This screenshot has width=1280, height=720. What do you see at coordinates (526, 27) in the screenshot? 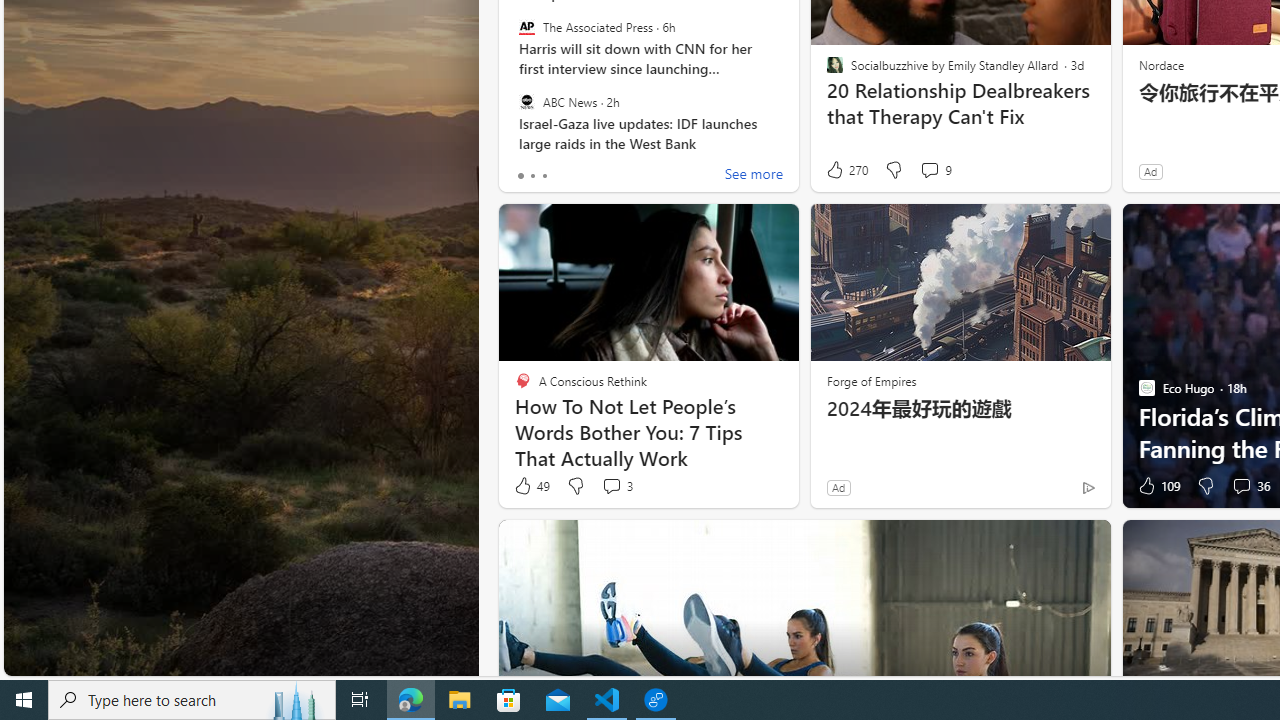
I see `'The Associated Press'` at bounding box center [526, 27].